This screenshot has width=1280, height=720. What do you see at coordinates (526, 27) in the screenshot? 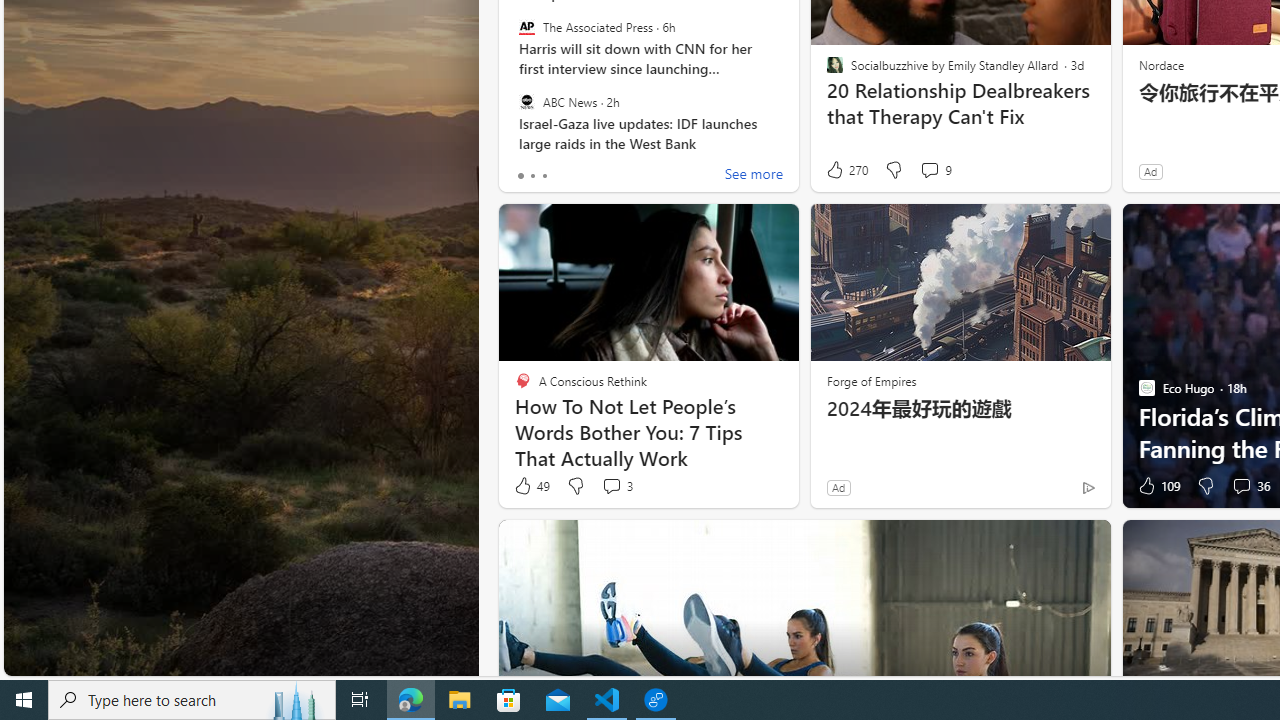
I see `'The Associated Press'` at bounding box center [526, 27].